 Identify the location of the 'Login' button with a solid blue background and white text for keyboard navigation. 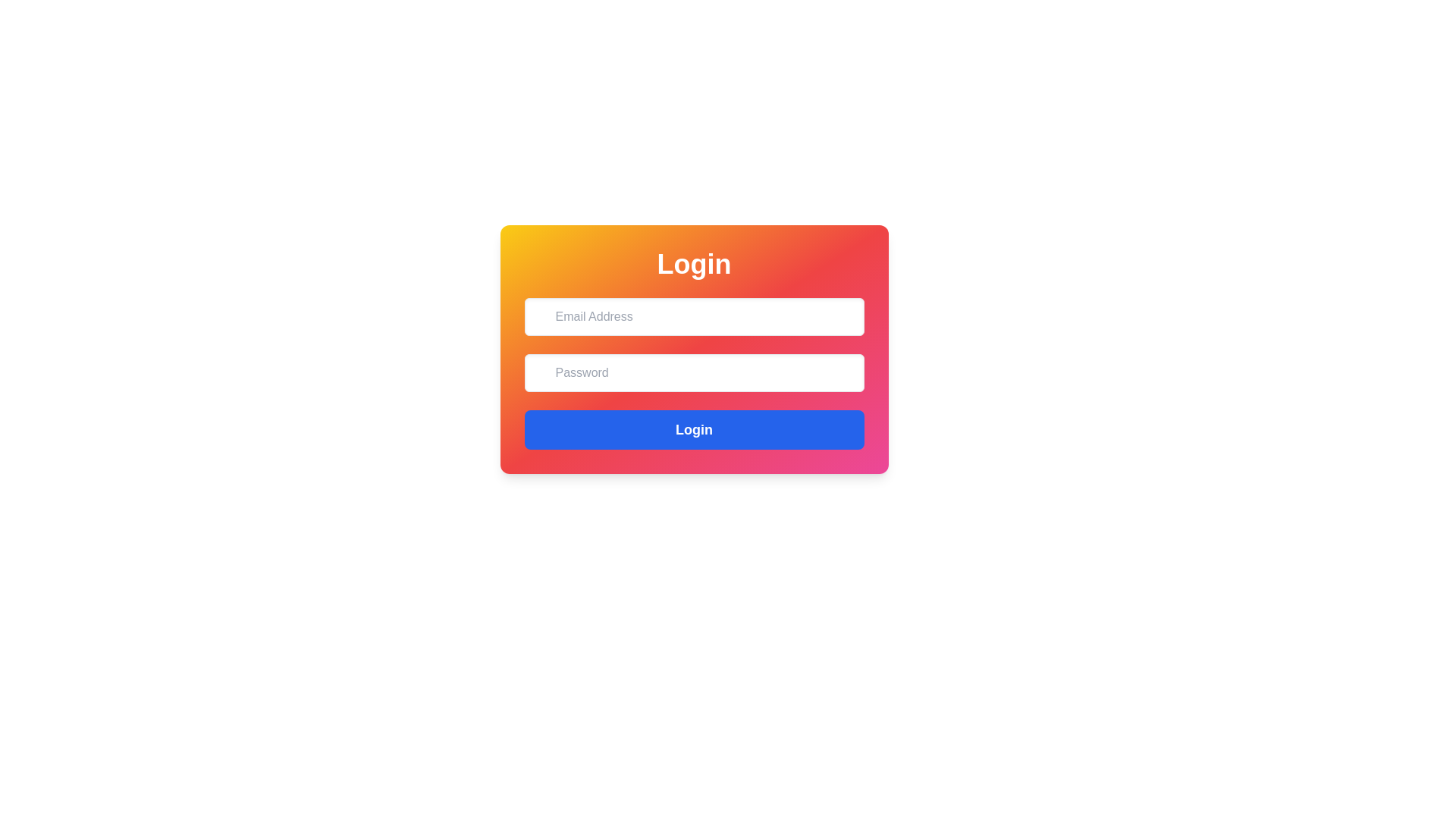
(693, 430).